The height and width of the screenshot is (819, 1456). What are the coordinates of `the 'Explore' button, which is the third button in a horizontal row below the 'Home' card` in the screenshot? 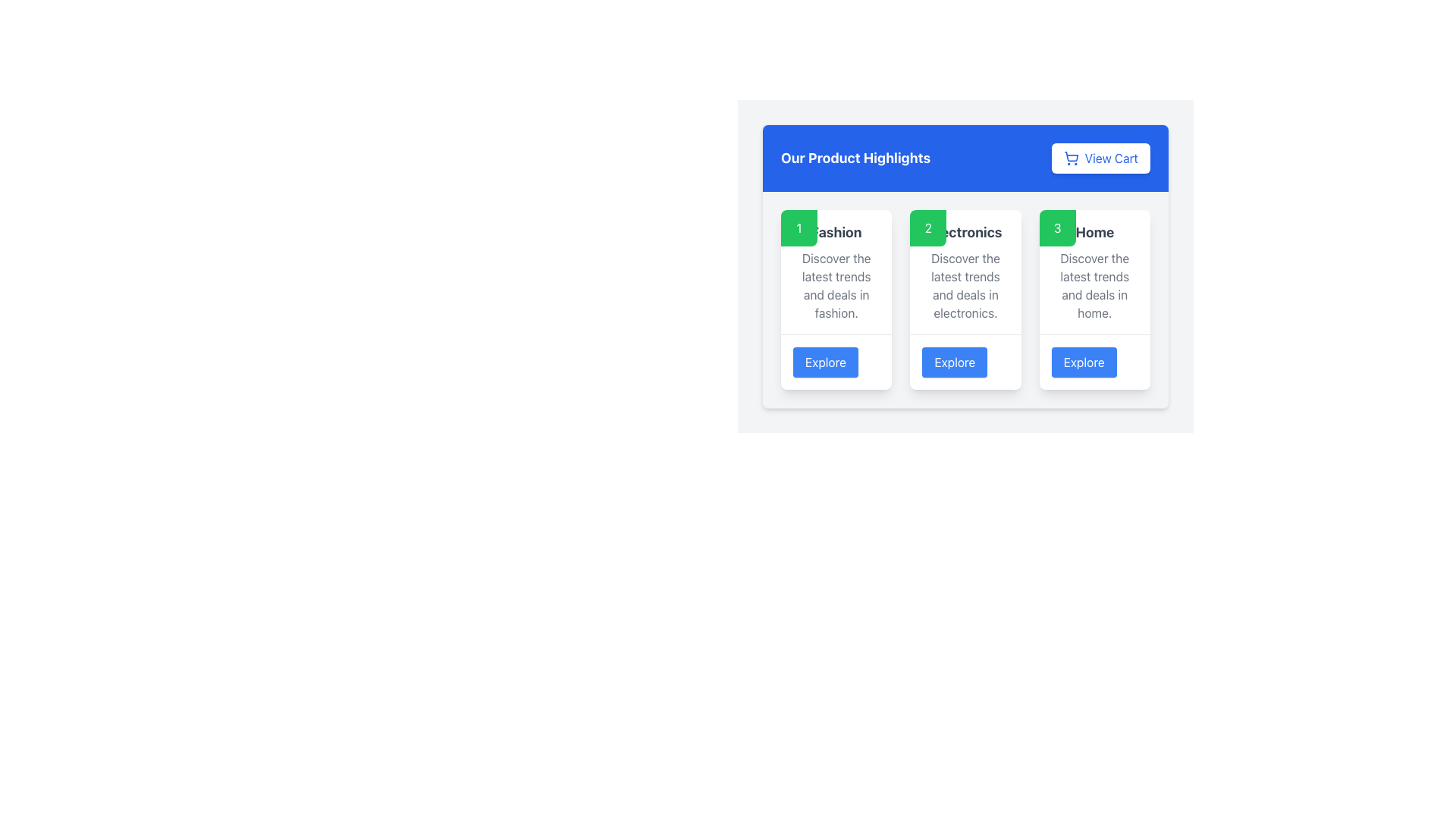 It's located at (1094, 362).